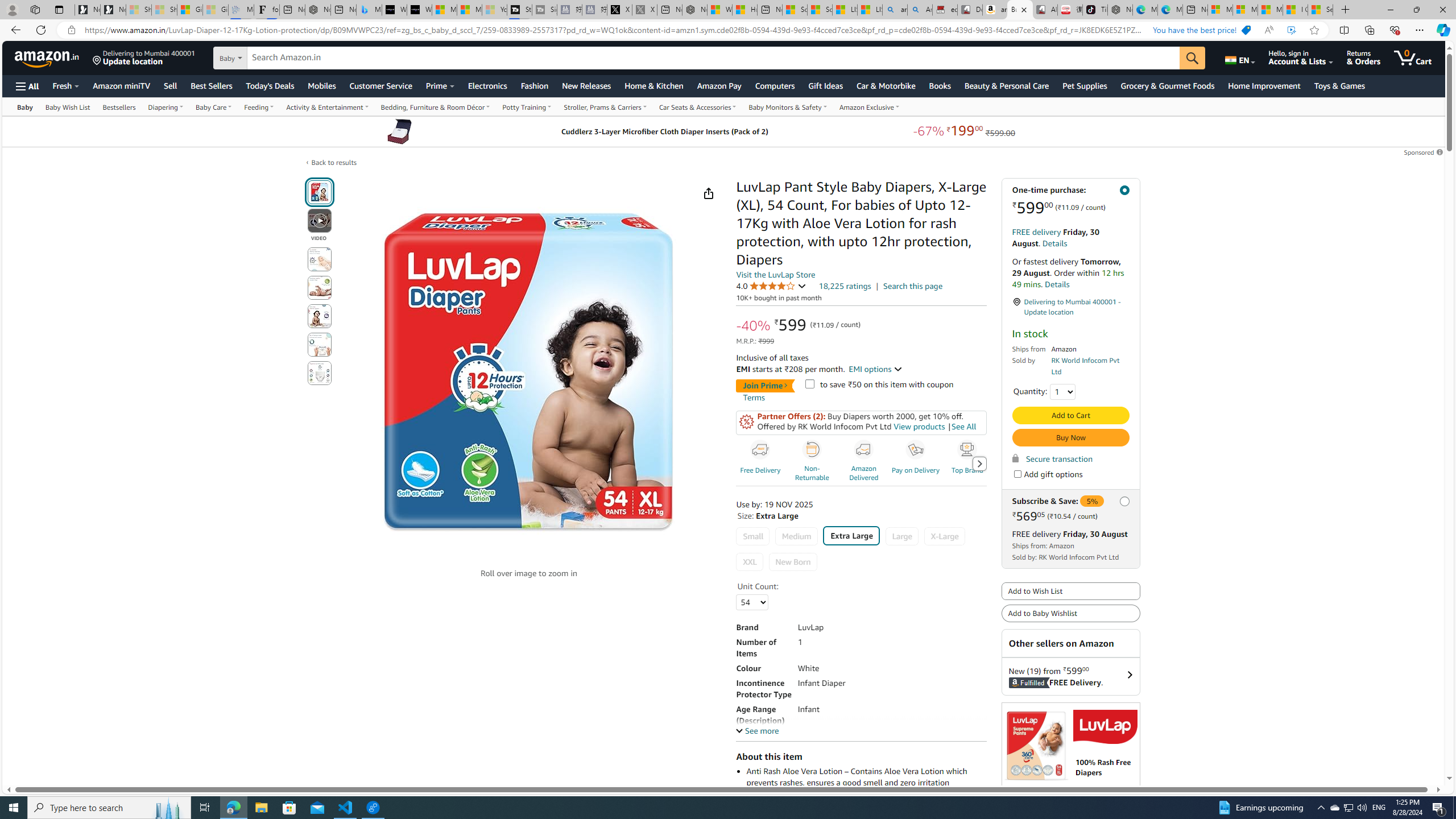 This screenshot has width=1456, height=819. What do you see at coordinates (1192, 58) in the screenshot?
I see `'Go'` at bounding box center [1192, 58].